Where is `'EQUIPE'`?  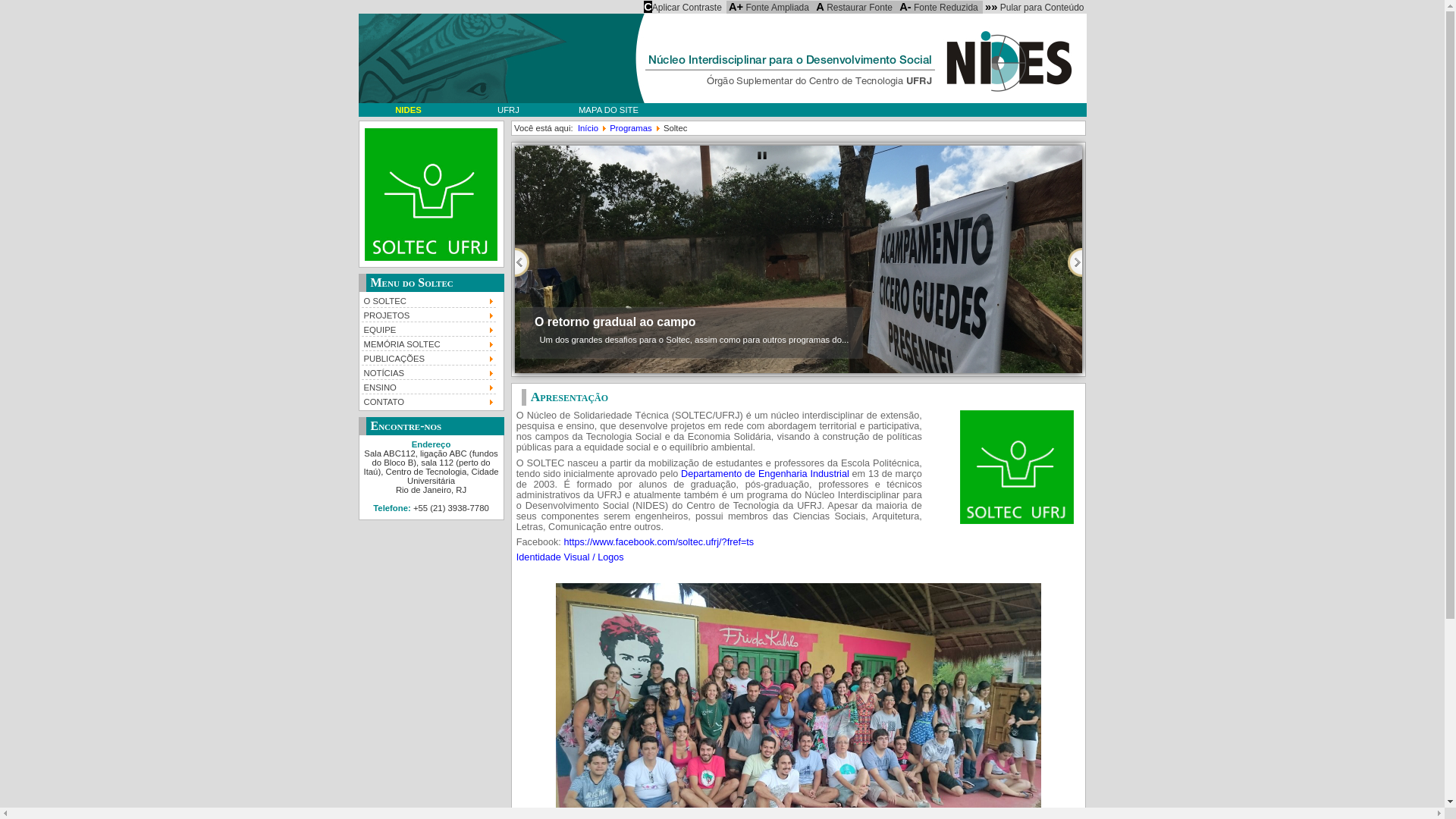 'EQUIPE' is located at coordinates (428, 328).